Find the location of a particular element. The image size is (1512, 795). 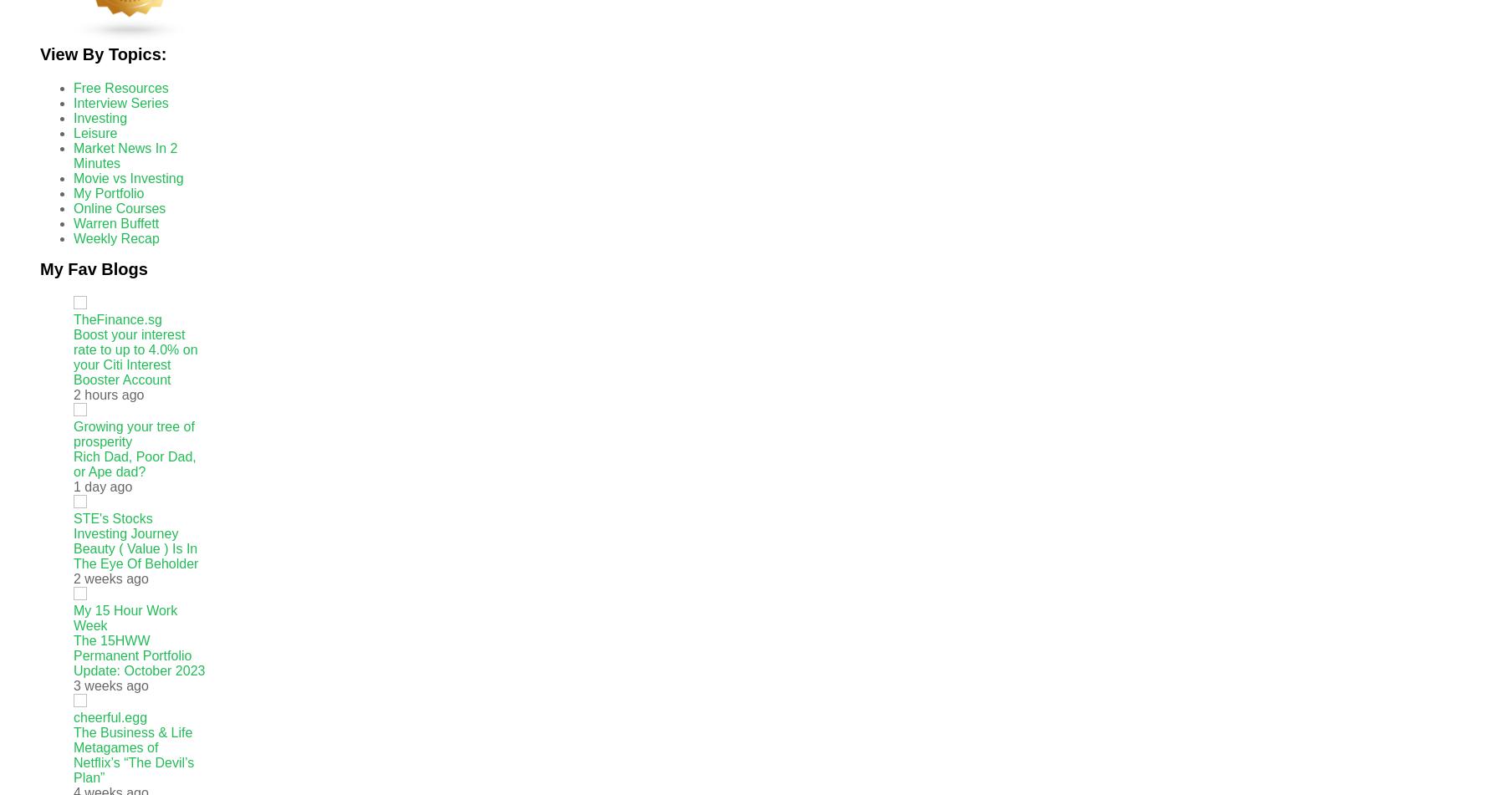

'My Fav Blogs' is located at coordinates (92, 269).